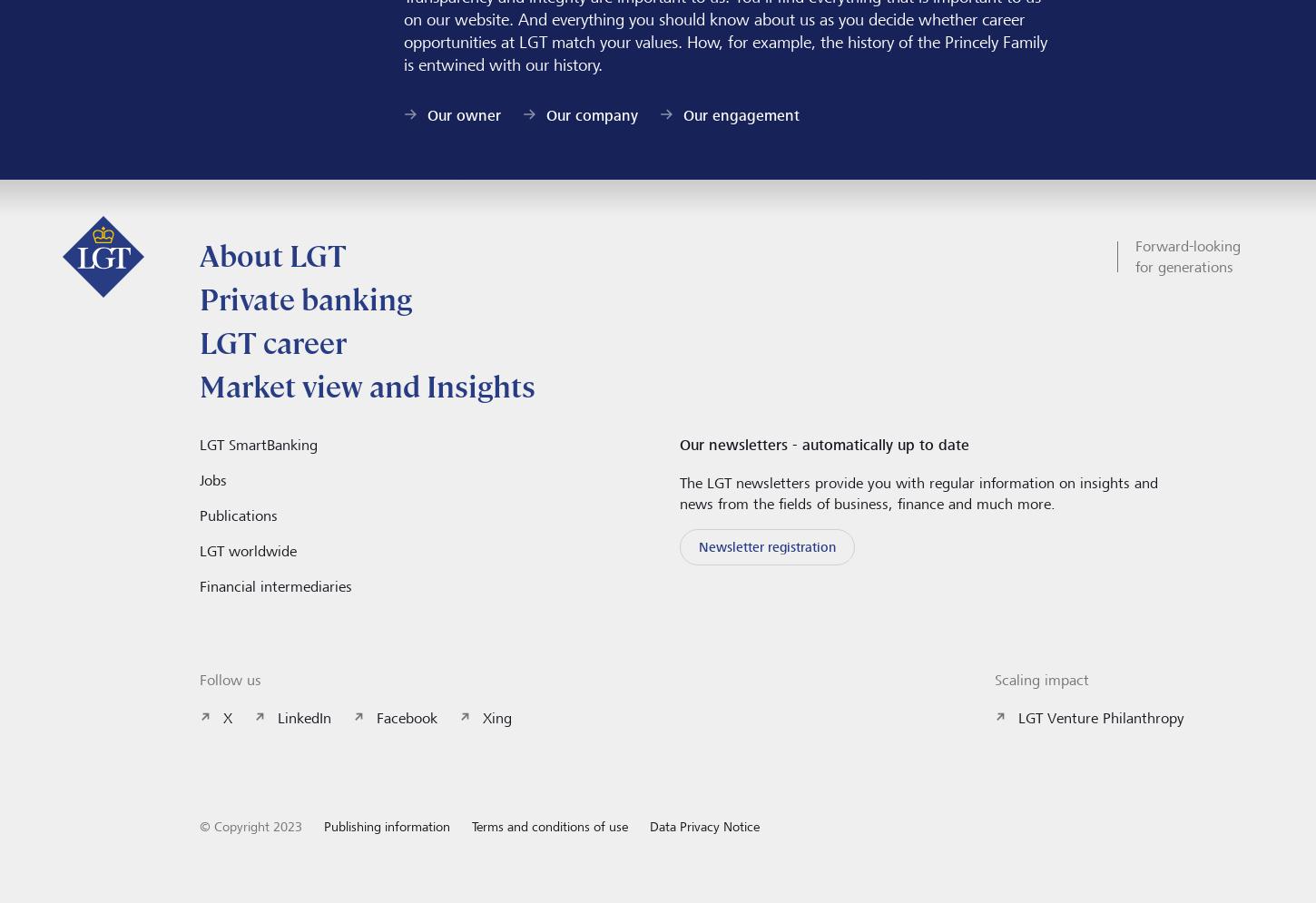  I want to click on 'Facebook', so click(406, 717).